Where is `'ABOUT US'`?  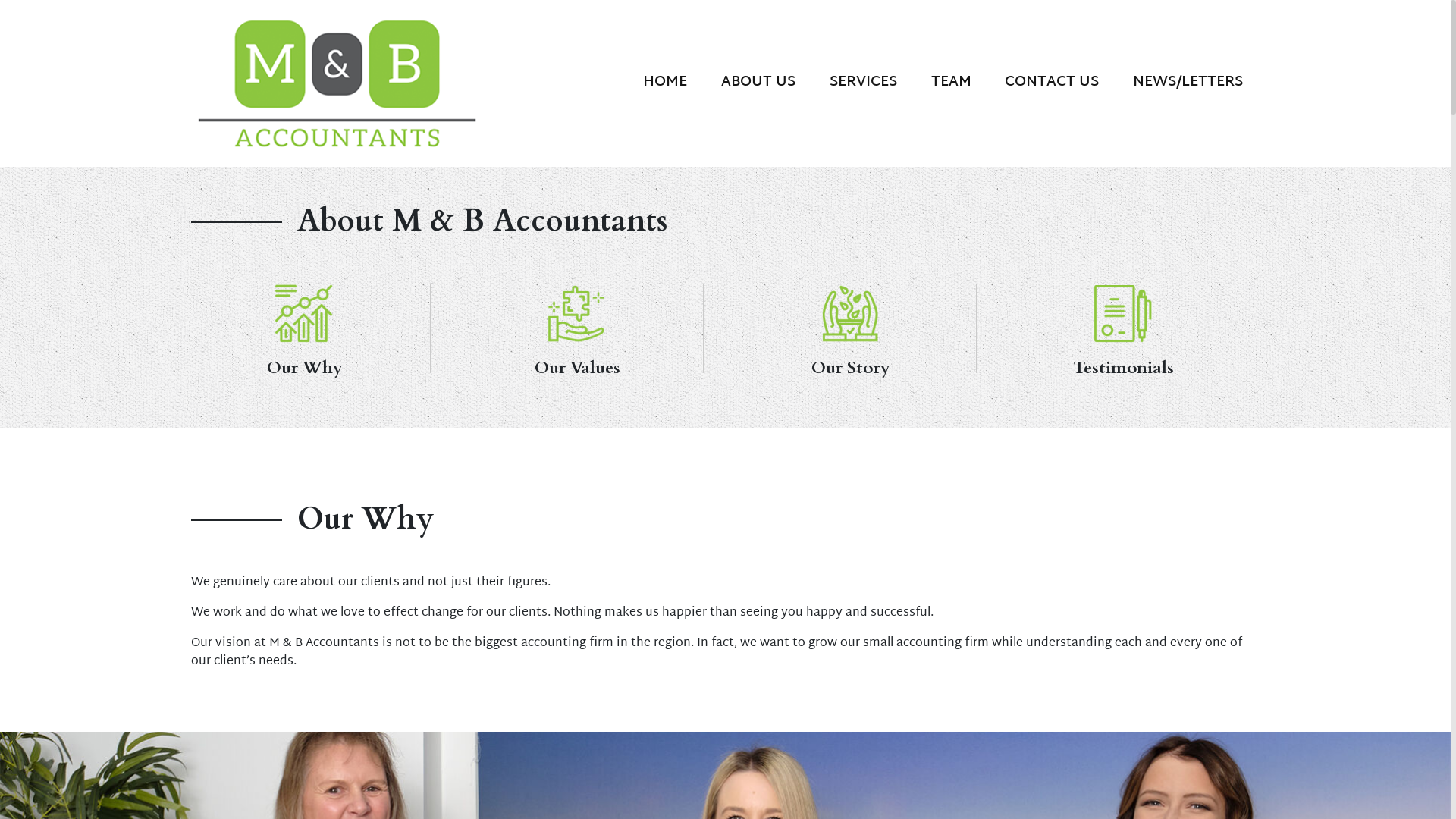 'ABOUT US' is located at coordinates (758, 81).